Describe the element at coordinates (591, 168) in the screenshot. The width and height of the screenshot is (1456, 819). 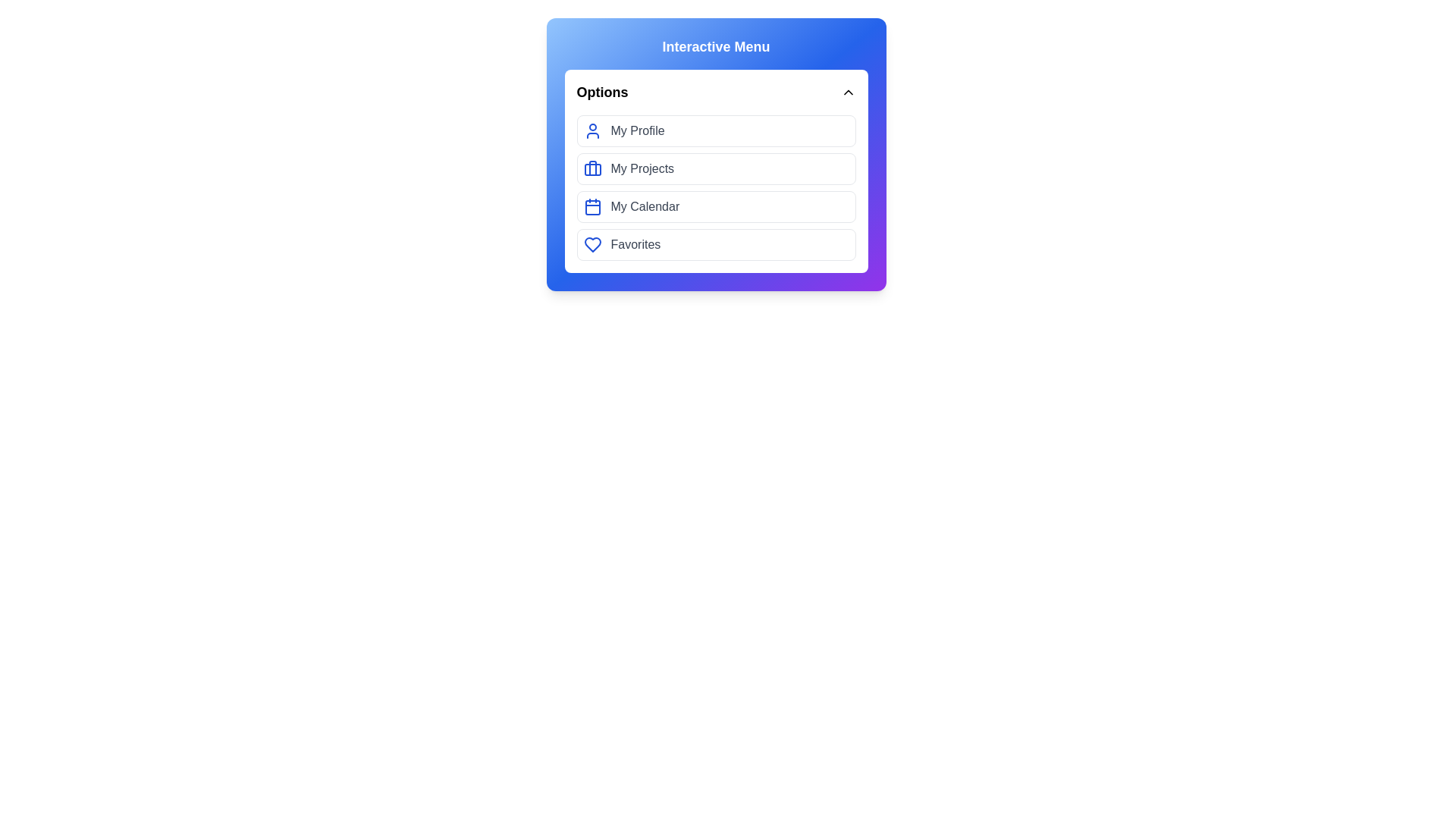
I see `the vertical line in the briefcase icon, which is part of the 'My Projects' menu option` at that location.